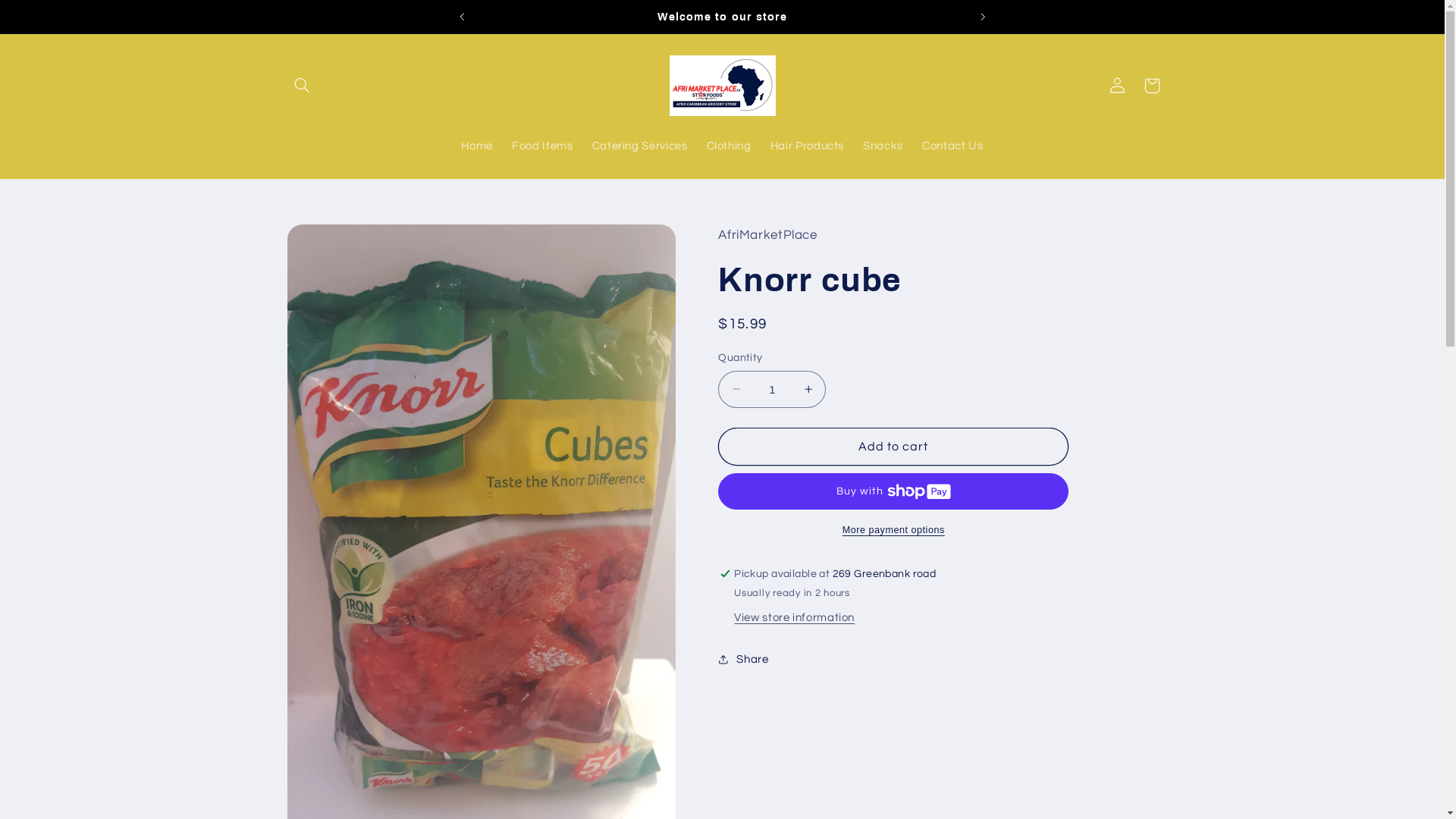 This screenshot has width=1456, height=819. What do you see at coordinates (639, 146) in the screenshot?
I see `'Catering Services'` at bounding box center [639, 146].